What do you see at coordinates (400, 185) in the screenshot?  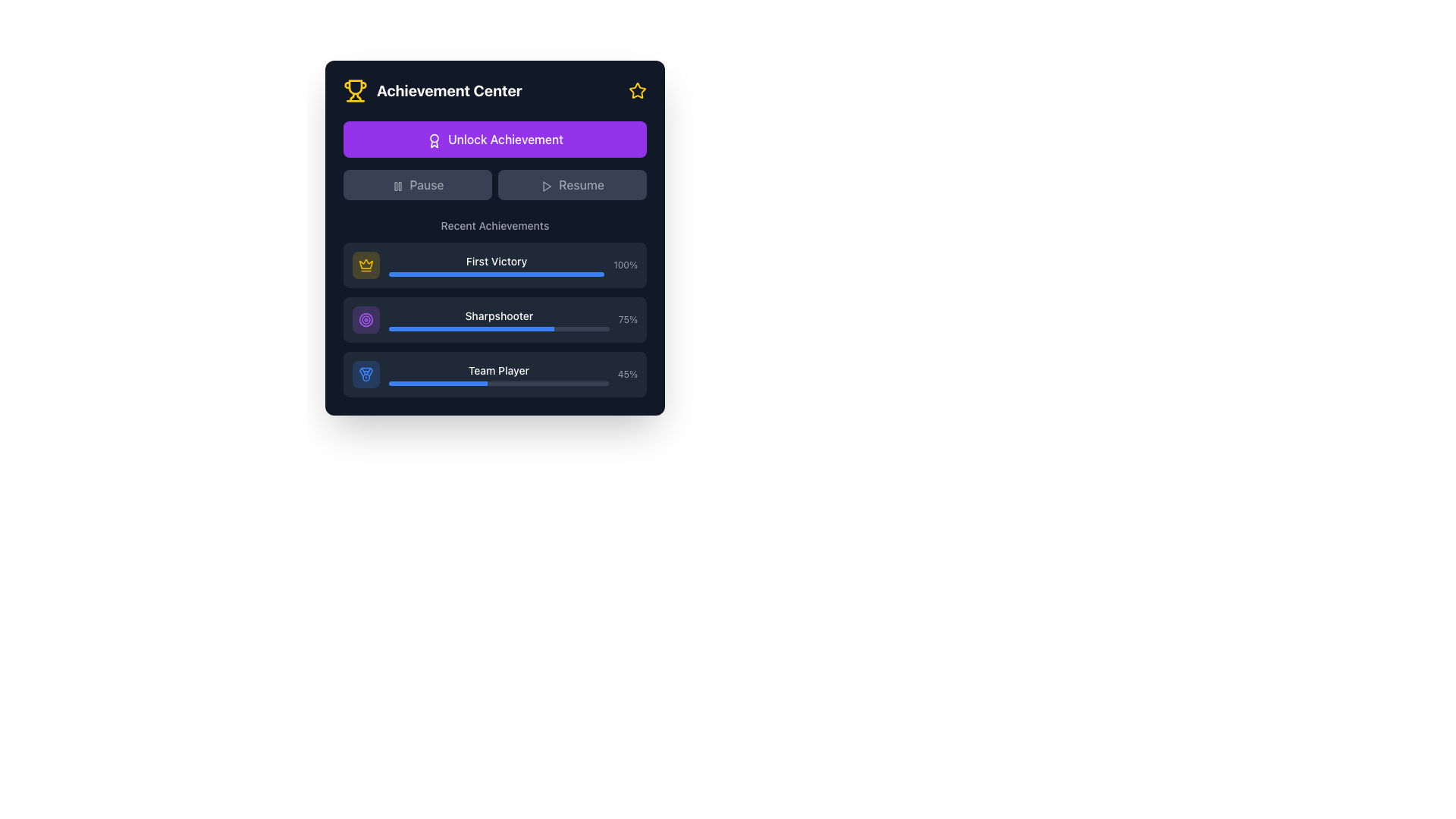 I see `the right vertical bar of the pause icon located in the Achievement Center interface, adjacent to the Pause button` at bounding box center [400, 185].